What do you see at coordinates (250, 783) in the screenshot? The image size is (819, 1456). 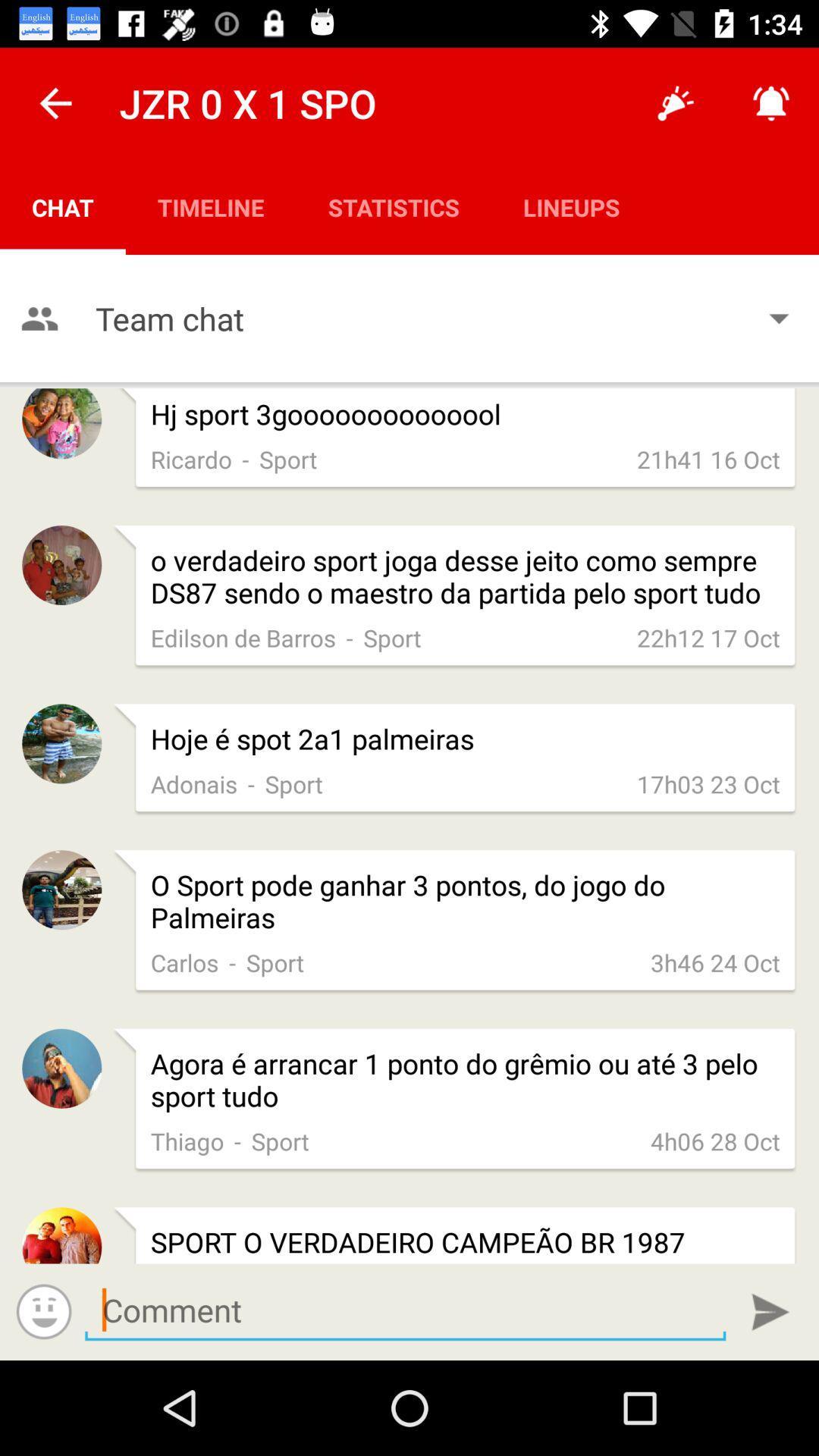 I see `the item above o sport pode` at bounding box center [250, 783].